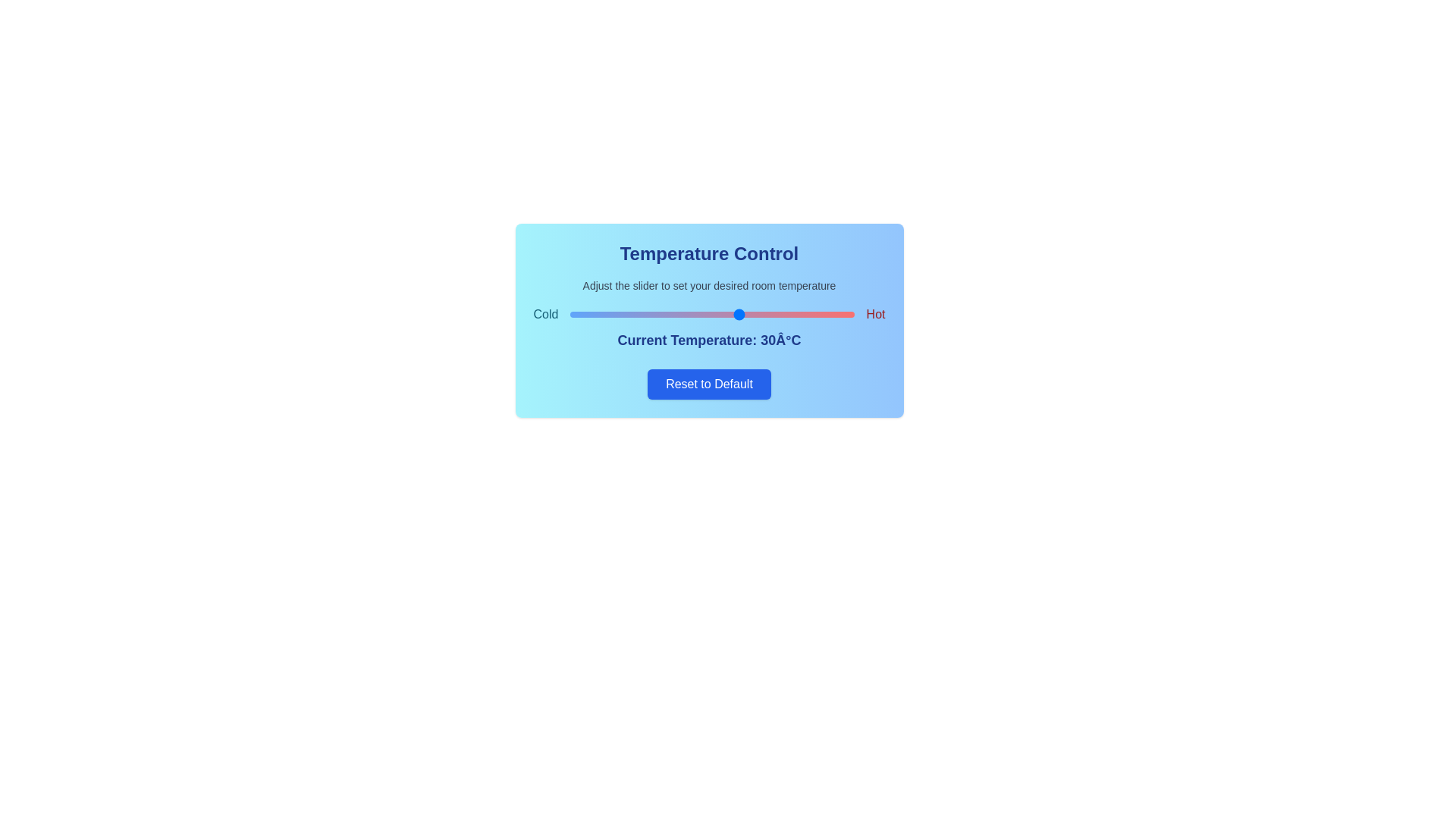 The image size is (1456, 819). I want to click on the temperature slider to set the temperature to 49°C, so click(848, 314).